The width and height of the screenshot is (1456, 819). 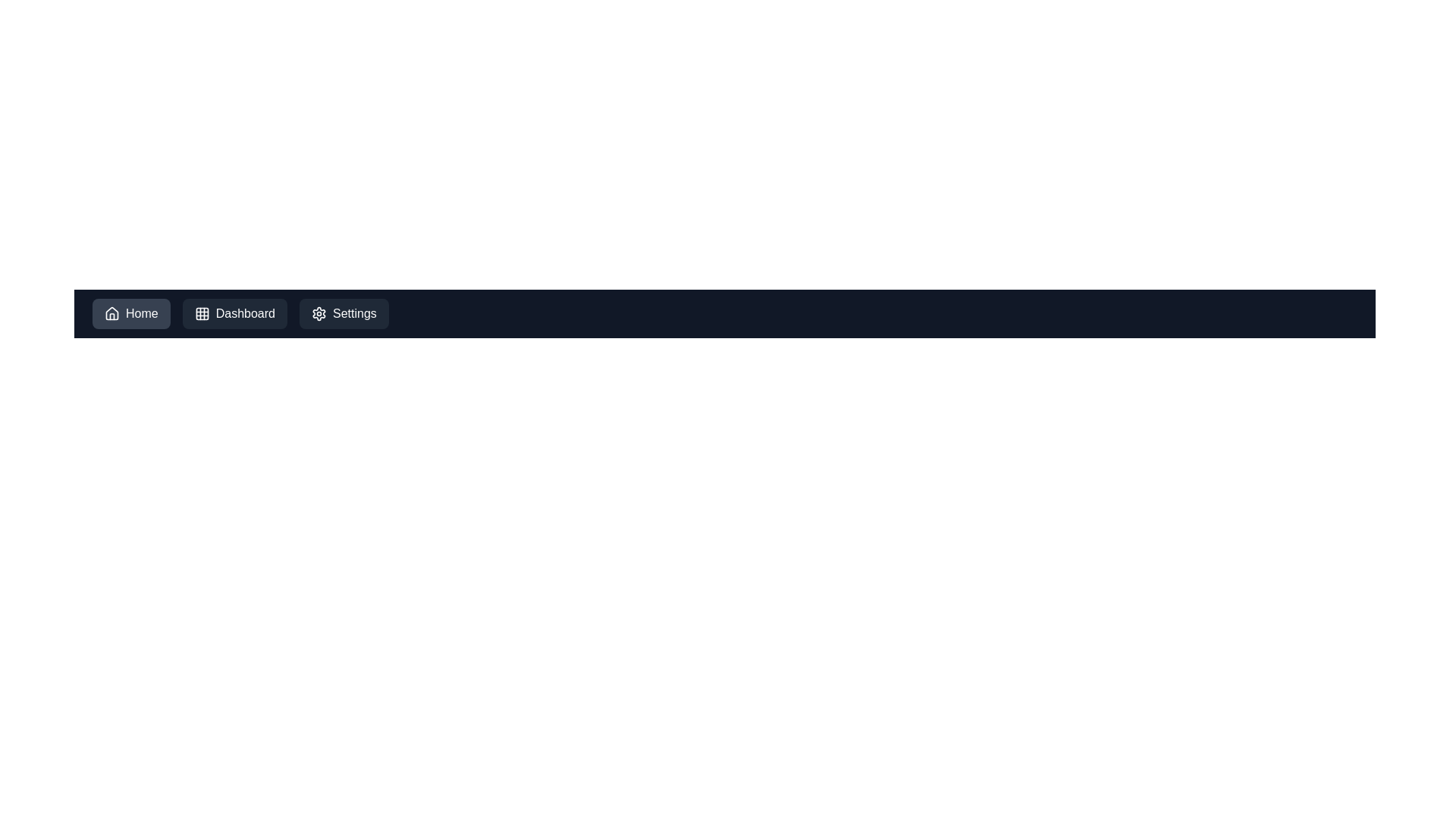 I want to click on the 'Home' button, which is the leftmost button in the horizontal menu bar, so click(x=131, y=312).